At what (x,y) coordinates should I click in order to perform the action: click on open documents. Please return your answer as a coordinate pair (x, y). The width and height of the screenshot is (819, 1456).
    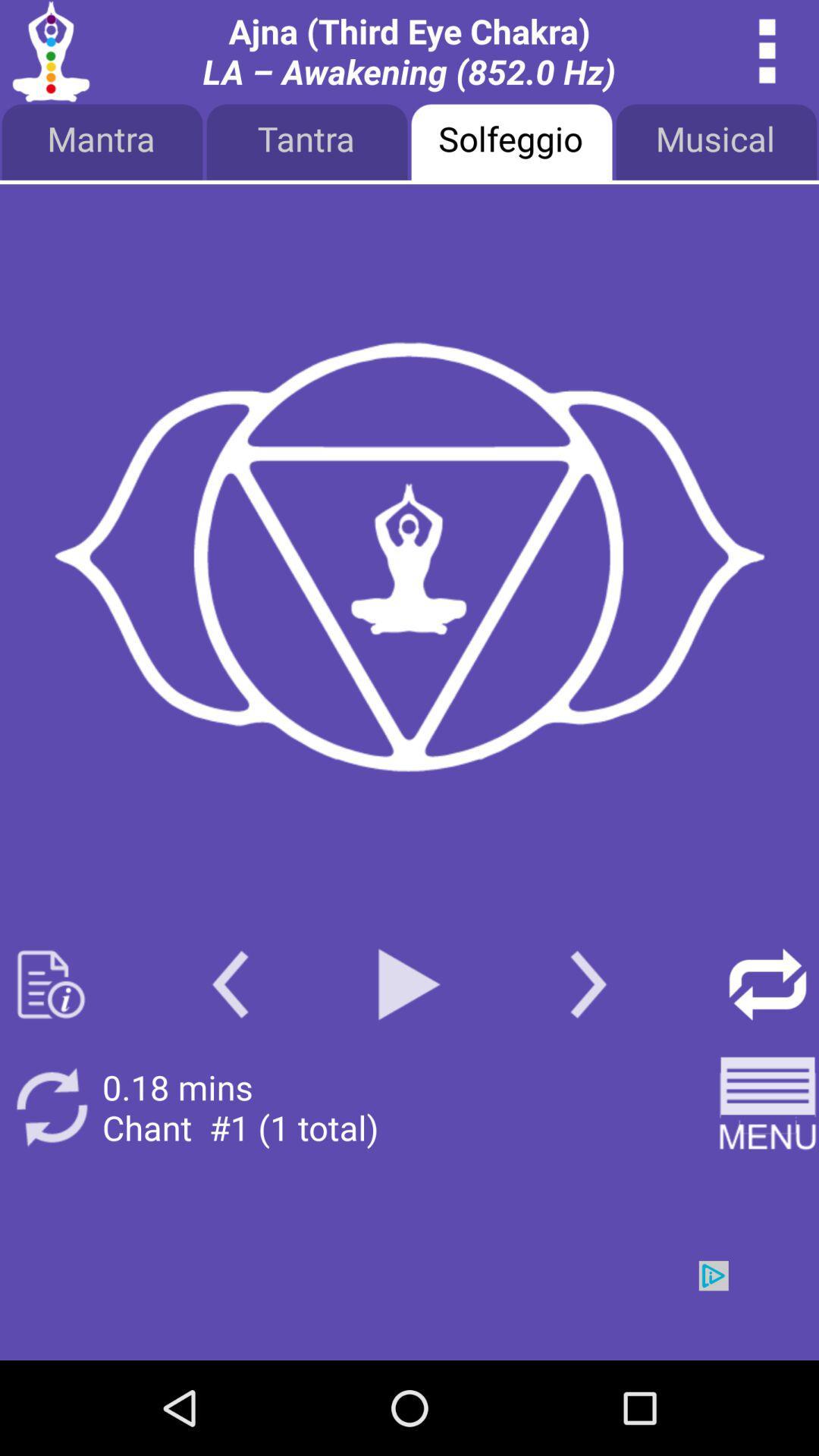
    Looking at the image, I should click on (50, 984).